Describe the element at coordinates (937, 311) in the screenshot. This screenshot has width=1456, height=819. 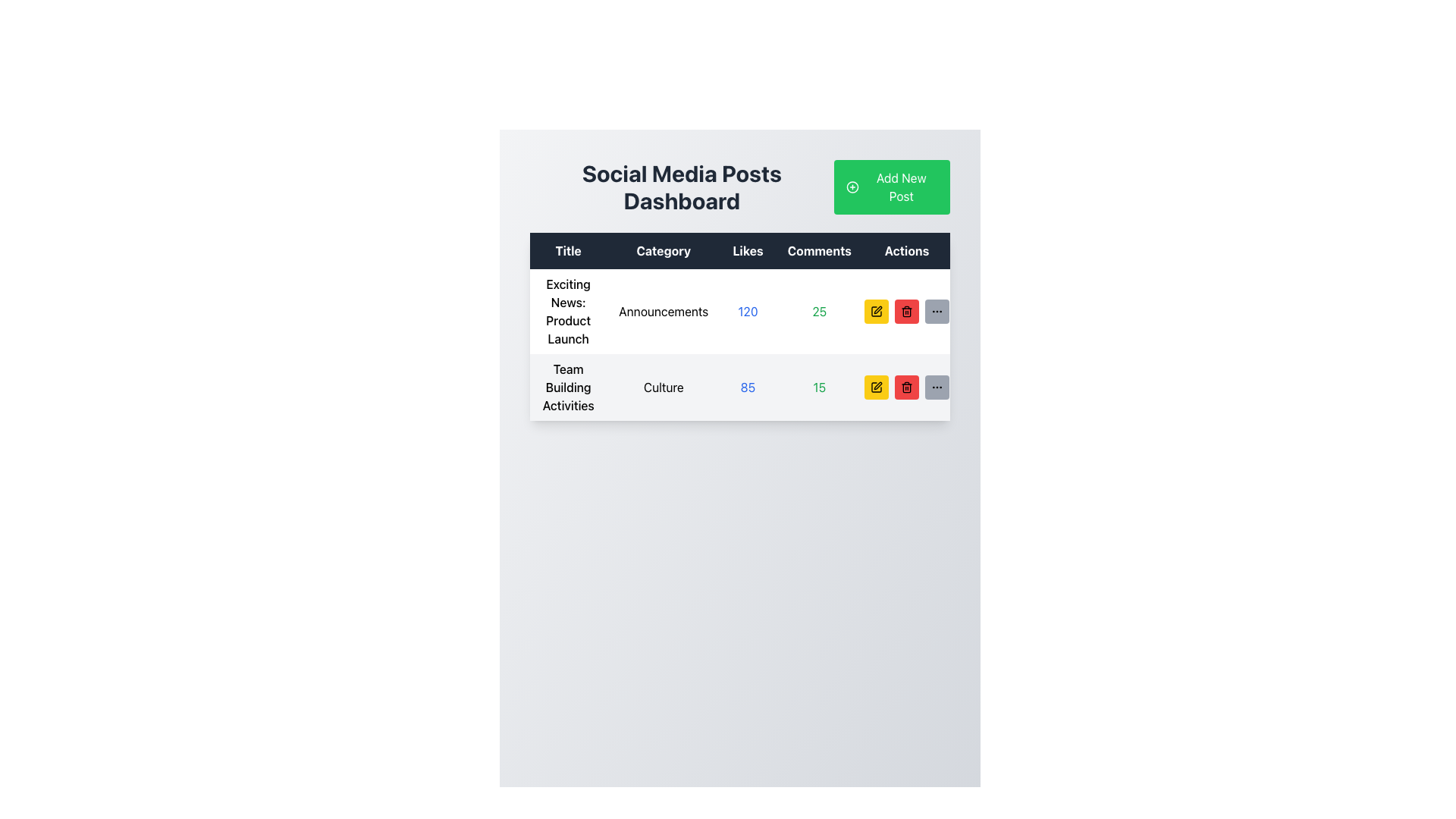
I see `the Ellipsis icon button, which is a graphical icon of three horizontally aligned dots located in the 'Actions' column of the second row of the table` at that location.